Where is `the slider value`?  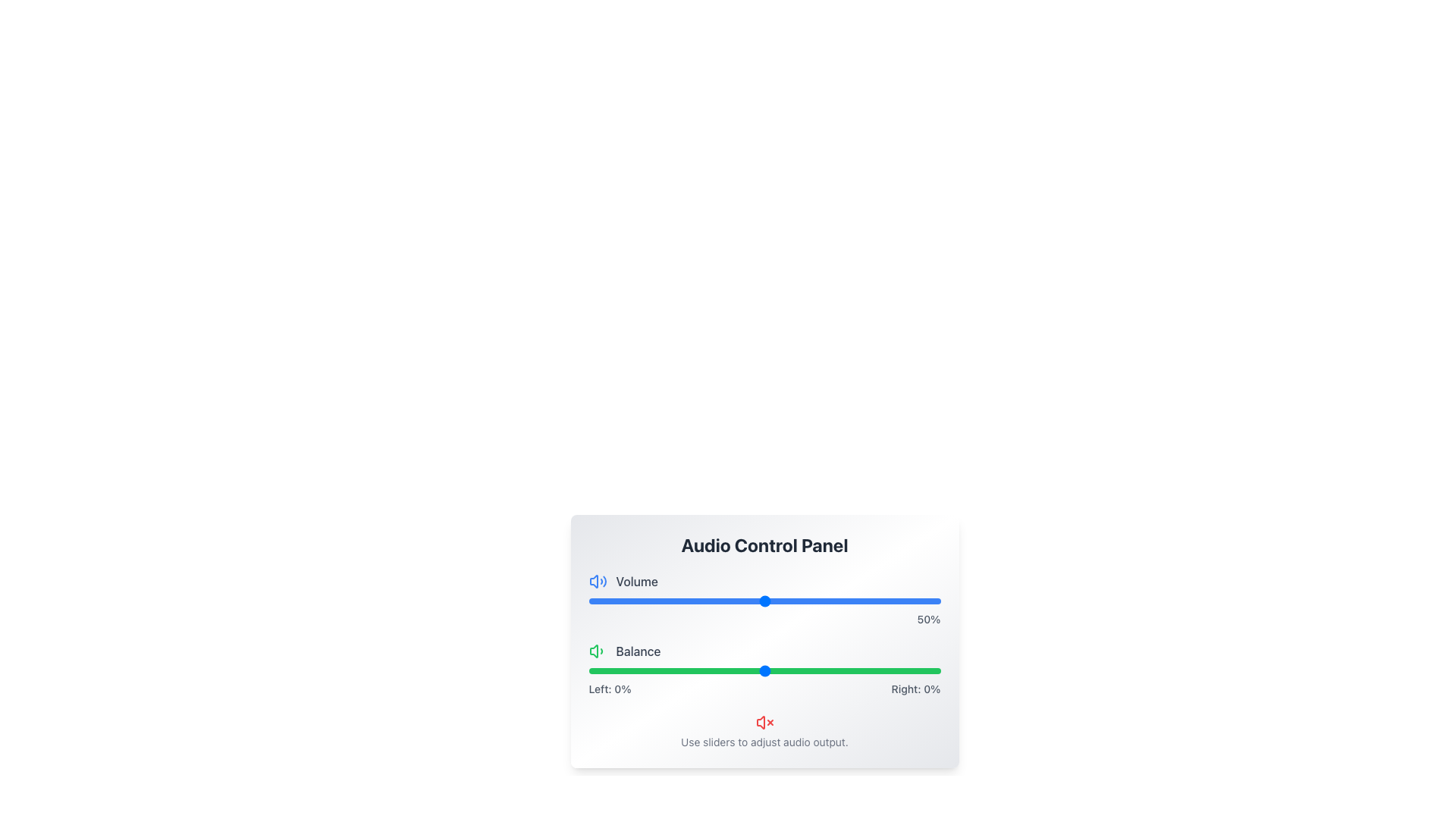
the slider value is located at coordinates (679, 601).